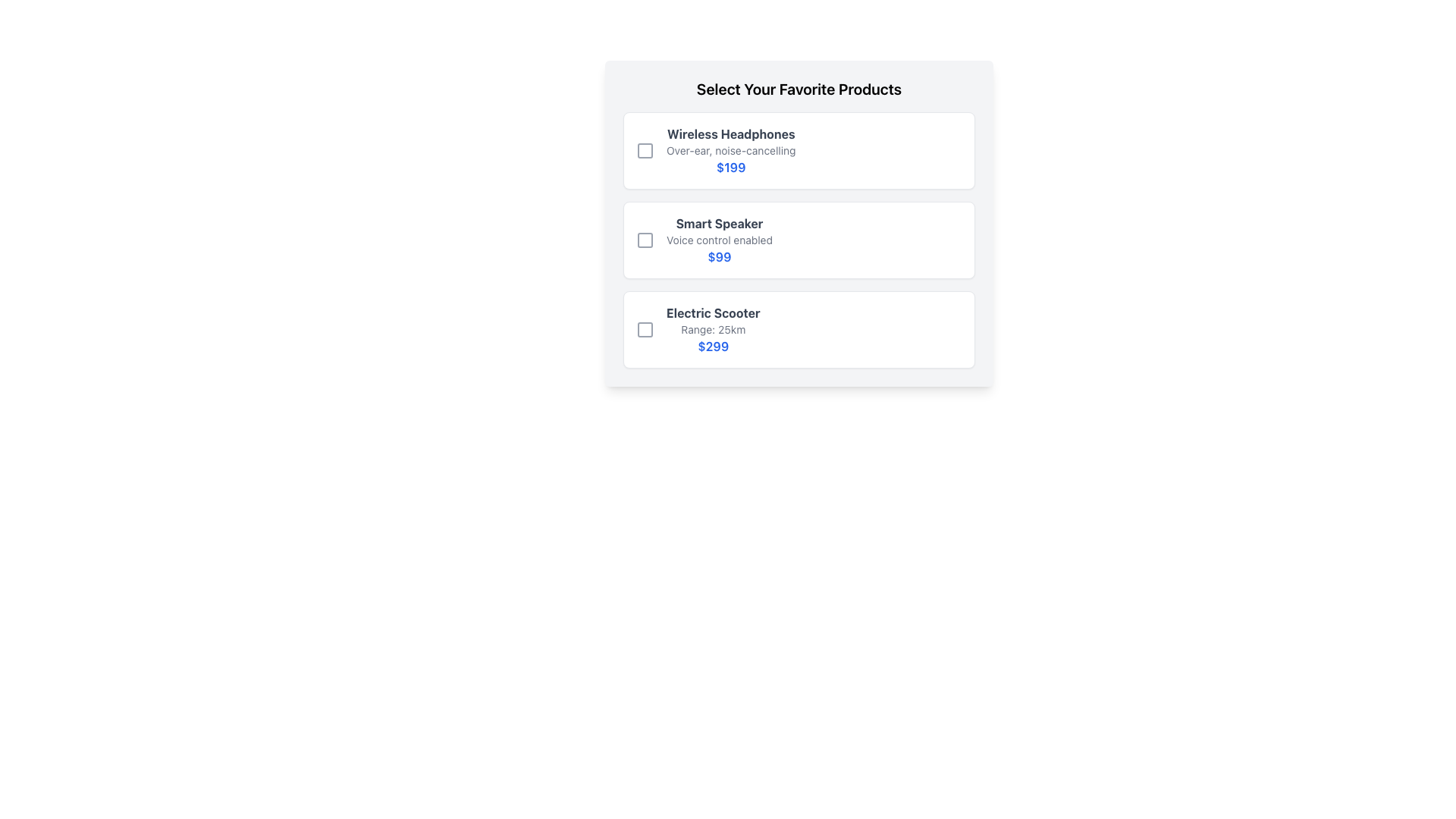 The width and height of the screenshot is (1456, 819). What do you see at coordinates (712, 346) in the screenshot?
I see `price value displayed as '$299' in bold, blue font, which is located below the text 'Range: 25km' in the product option section for 'Electric Scooter.'` at bounding box center [712, 346].